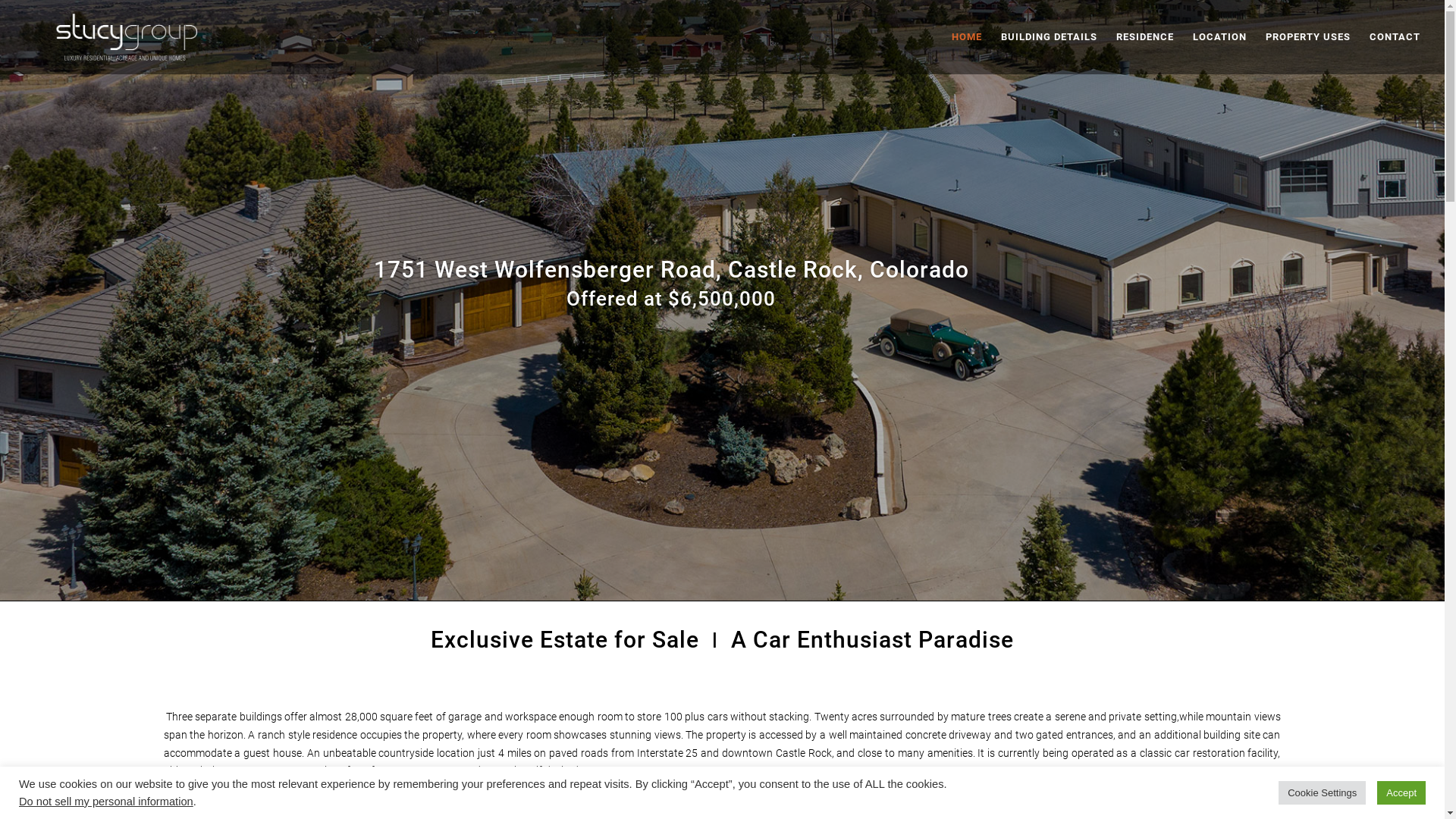 The width and height of the screenshot is (1456, 819). What do you see at coordinates (1192, 52) in the screenshot?
I see `'LOCATION'` at bounding box center [1192, 52].